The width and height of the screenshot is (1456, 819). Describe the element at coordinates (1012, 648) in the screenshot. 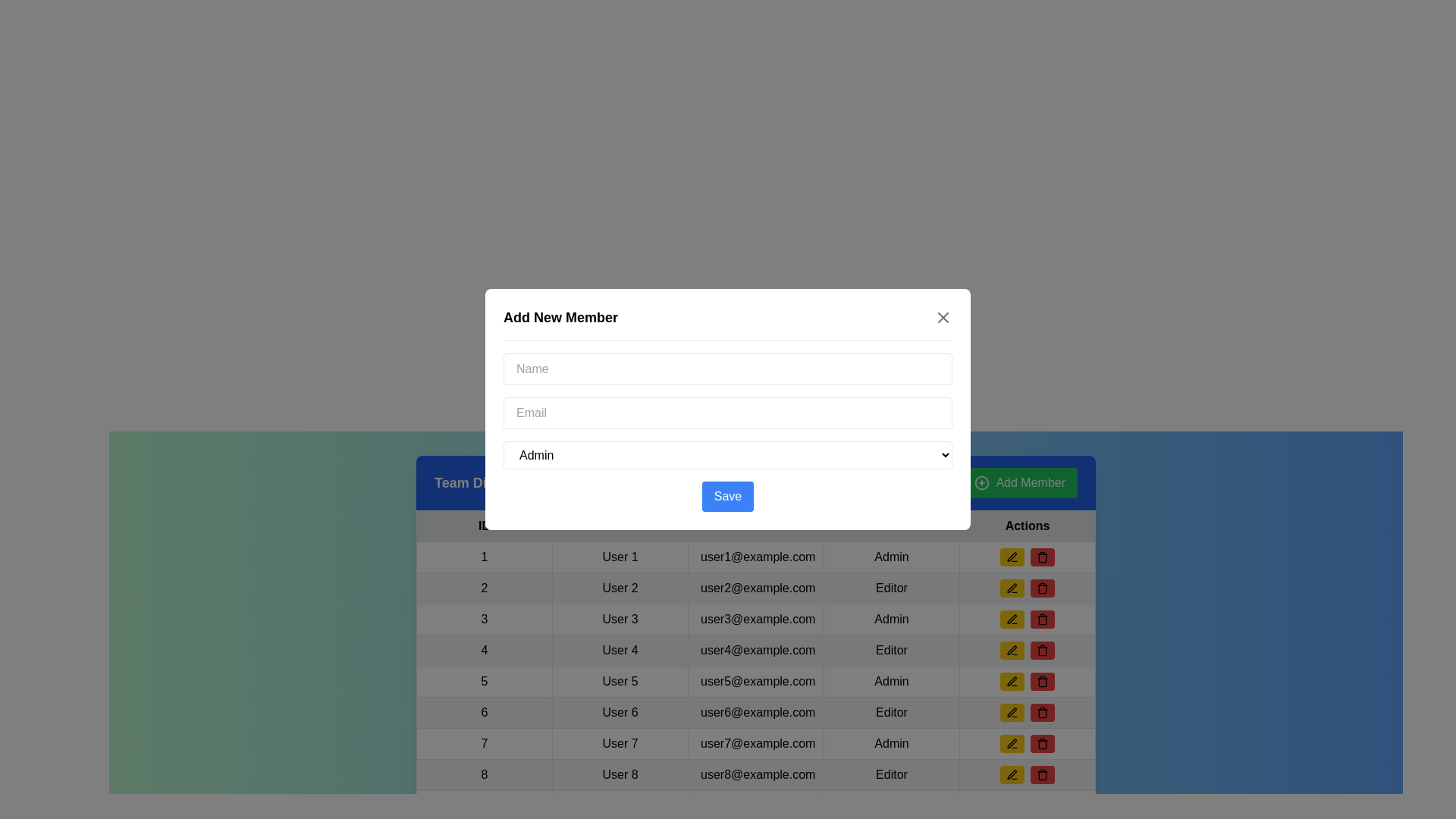

I see `the pen icon in the action column of the fourth user entry in the interactive table` at that location.